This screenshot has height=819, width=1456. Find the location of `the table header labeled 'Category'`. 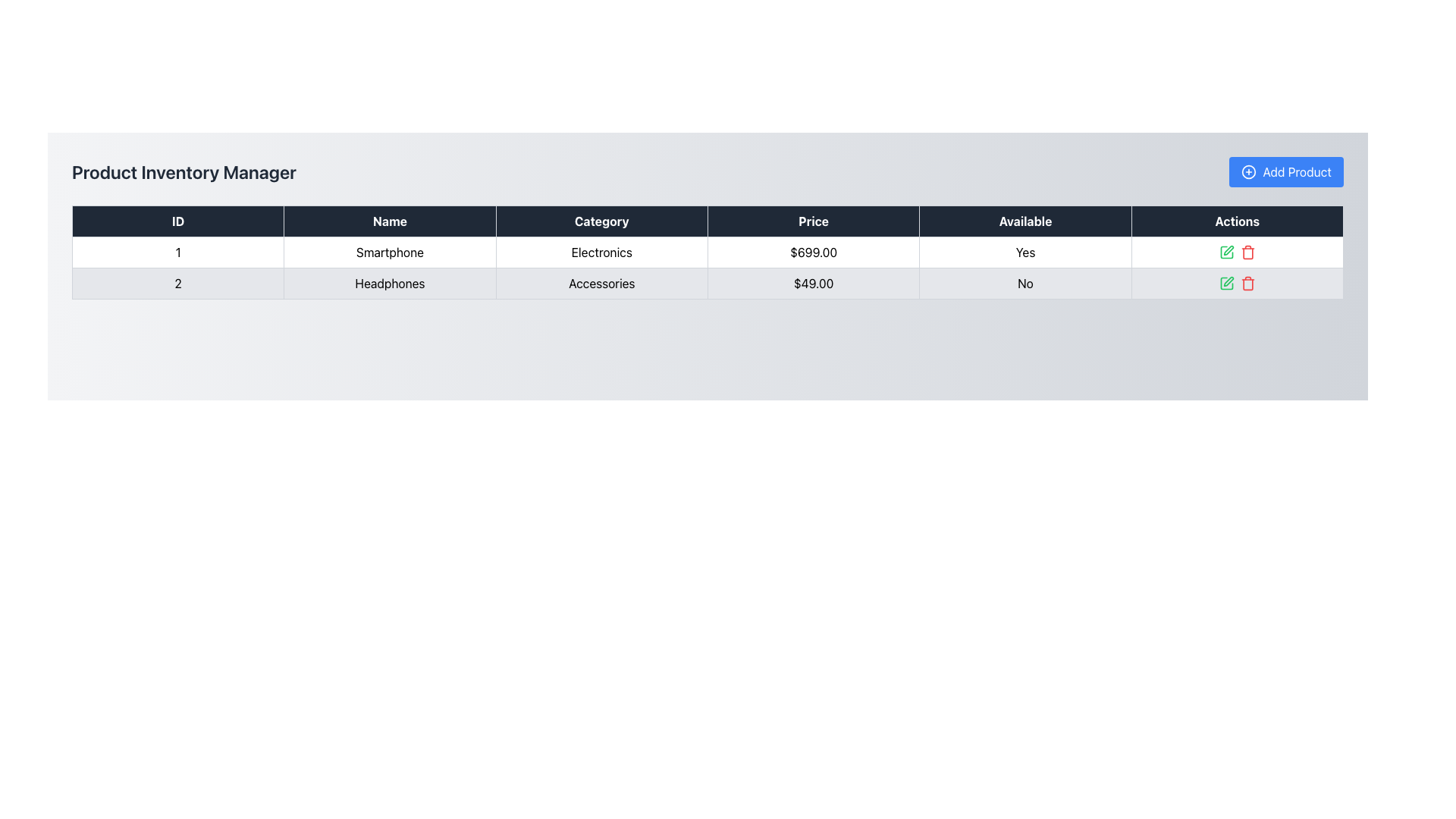

the table header labeled 'Category' is located at coordinates (601, 221).